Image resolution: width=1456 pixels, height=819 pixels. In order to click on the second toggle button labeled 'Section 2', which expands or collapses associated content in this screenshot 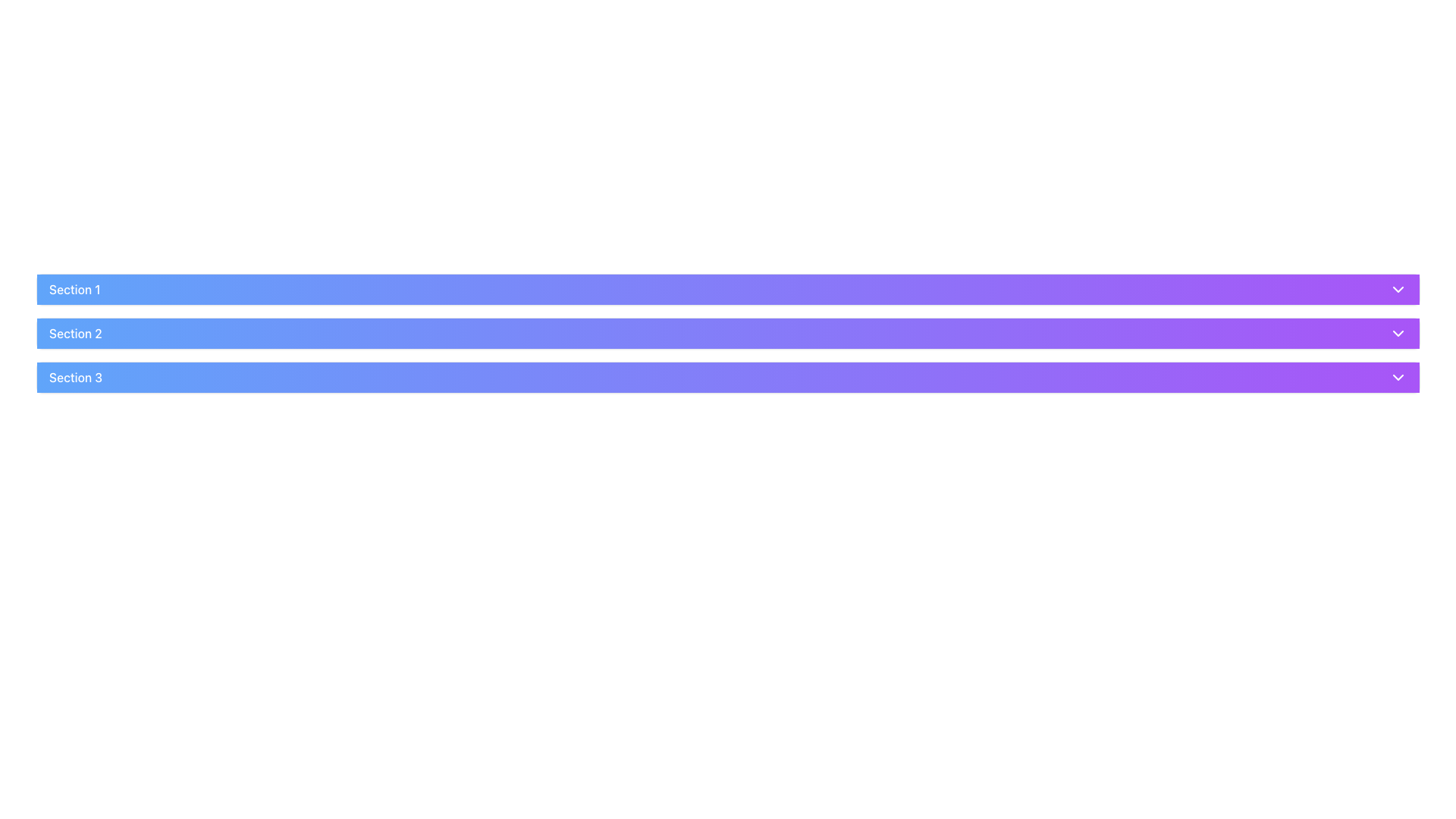, I will do `click(728, 332)`.